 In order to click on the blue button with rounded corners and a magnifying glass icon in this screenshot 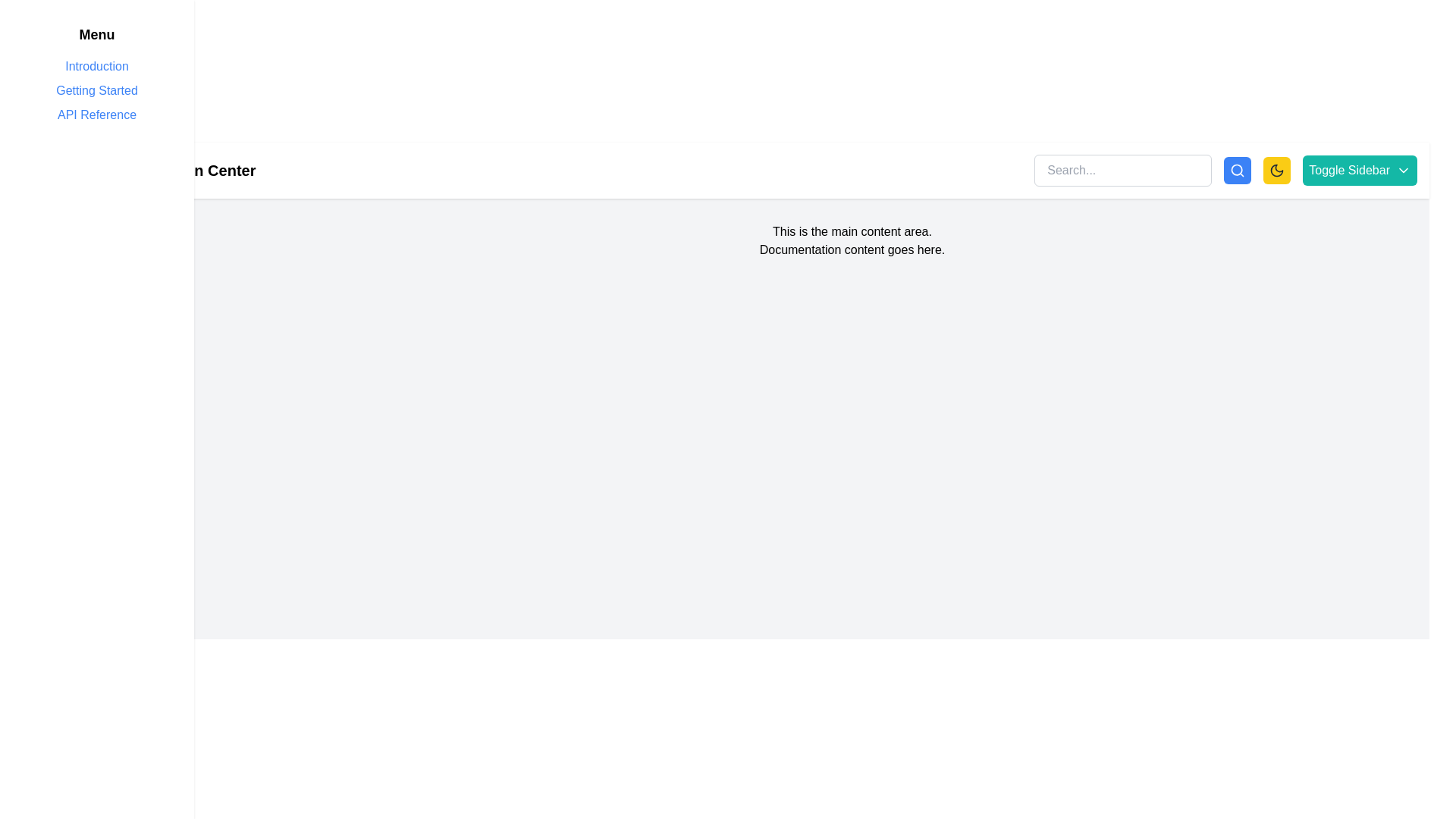, I will do `click(1238, 170)`.